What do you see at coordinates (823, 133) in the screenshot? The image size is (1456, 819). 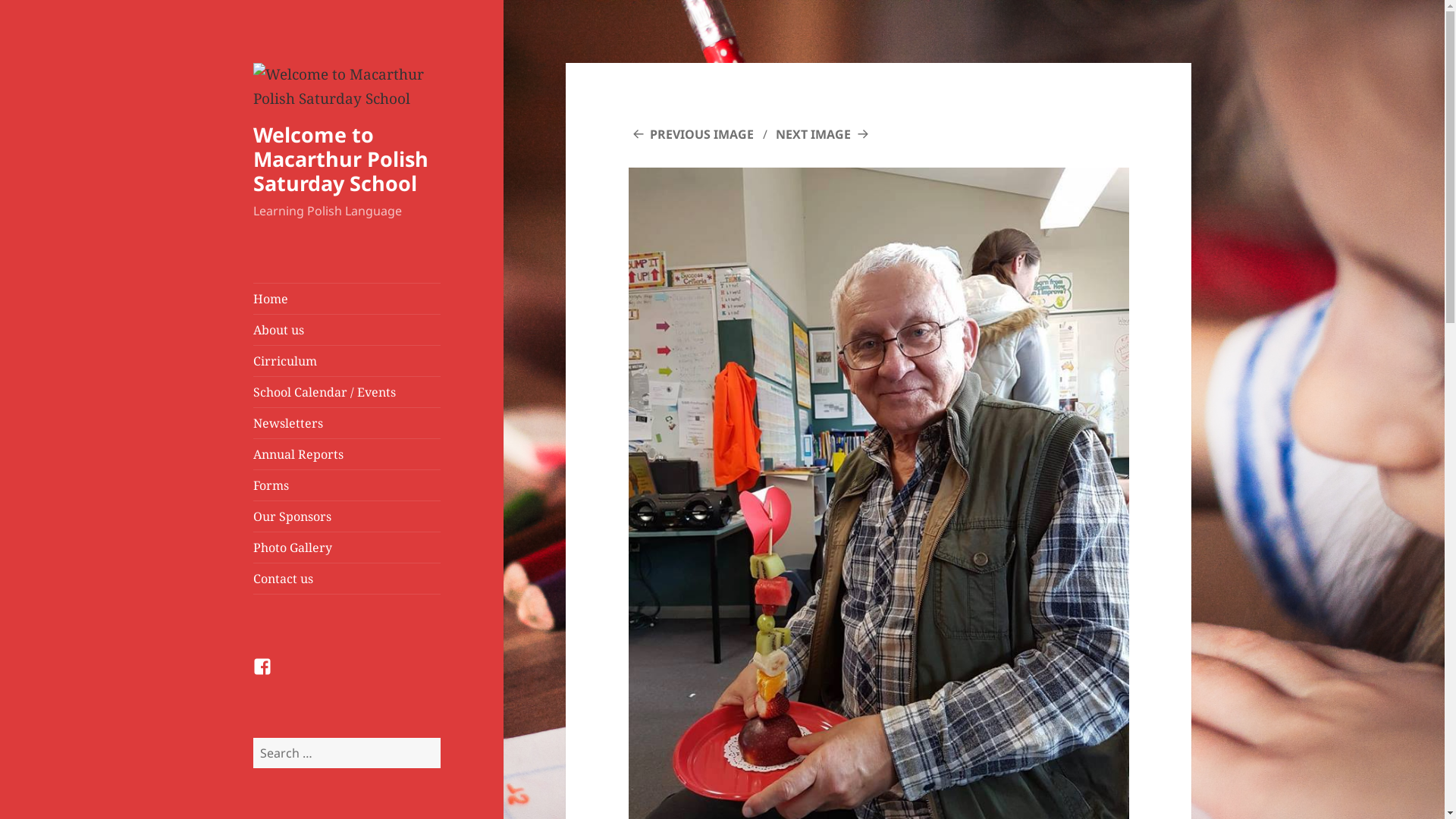 I see `'NEXT IMAGE'` at bounding box center [823, 133].